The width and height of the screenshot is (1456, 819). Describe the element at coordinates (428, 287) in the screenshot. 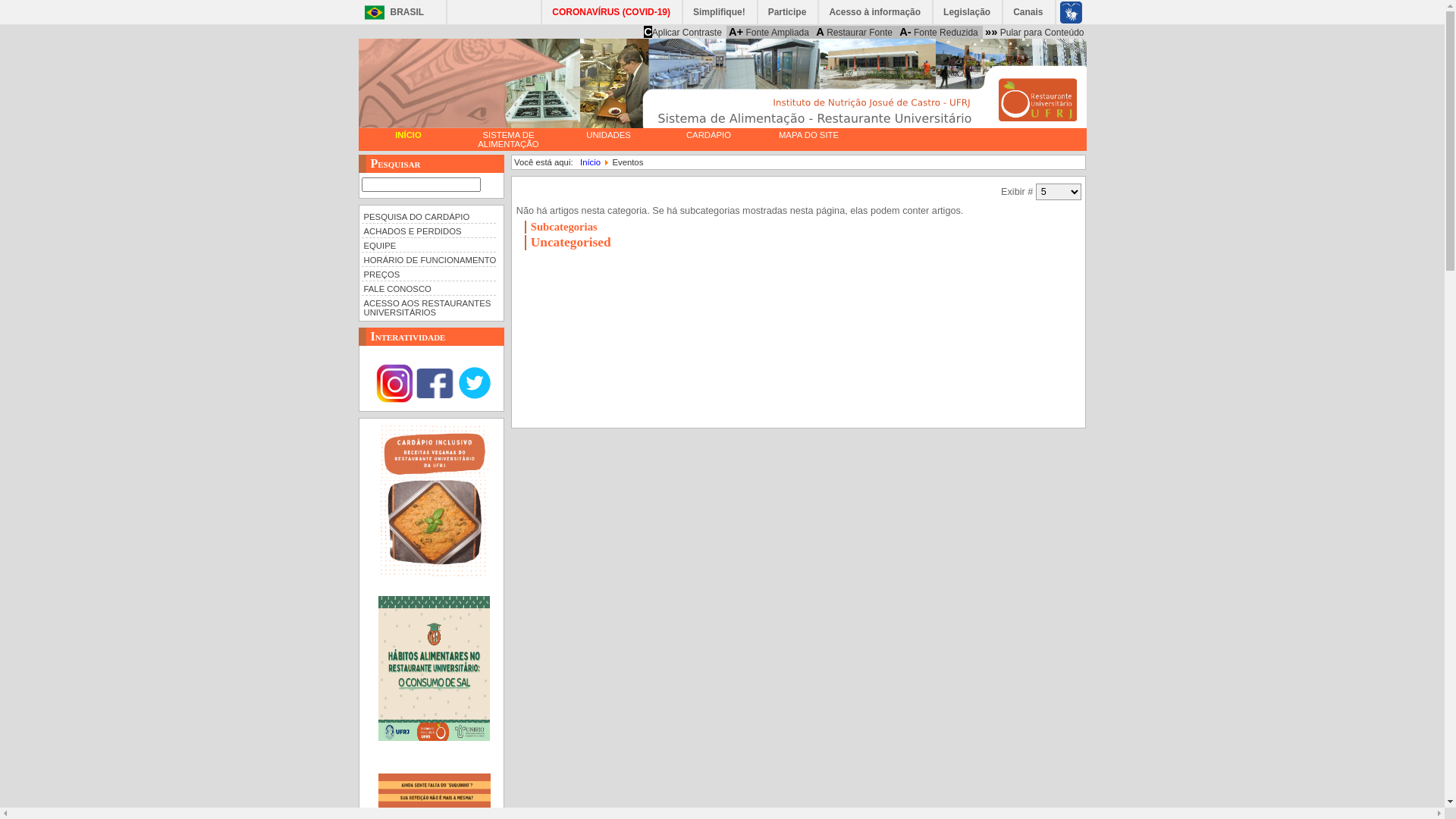

I see `'FALE CONOSCO'` at that location.